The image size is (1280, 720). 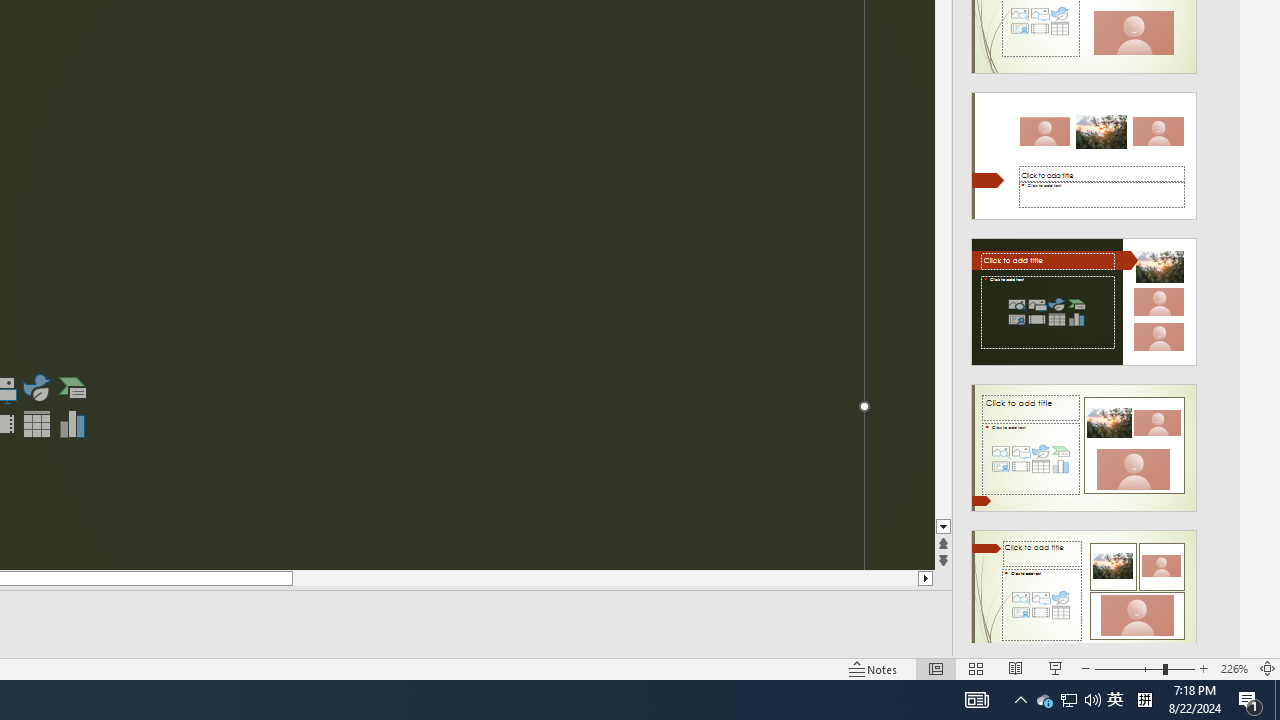 What do you see at coordinates (73, 423) in the screenshot?
I see `'Insert Chart'` at bounding box center [73, 423].